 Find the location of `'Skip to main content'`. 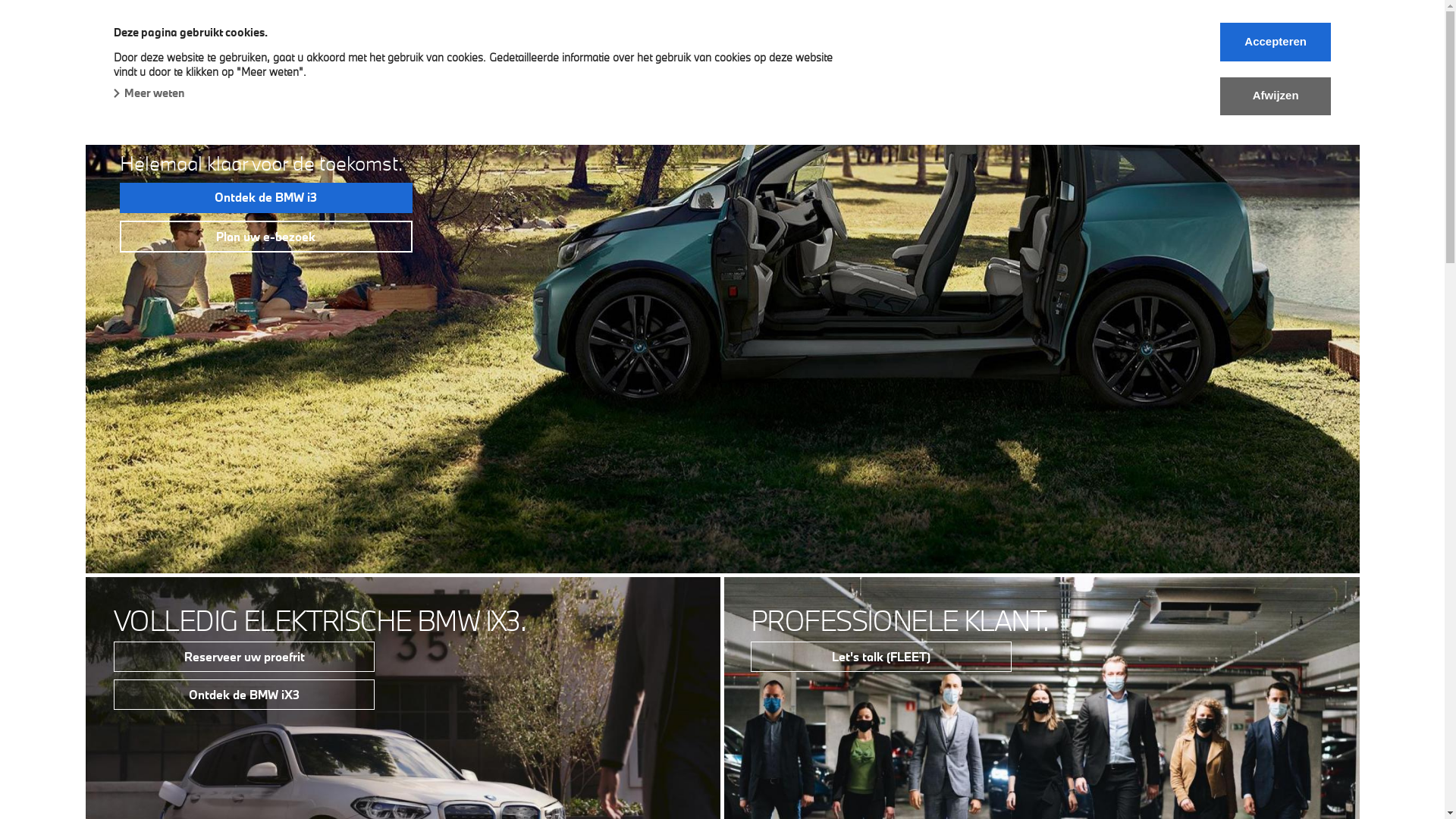

'Skip to main content' is located at coordinates (0, 0).